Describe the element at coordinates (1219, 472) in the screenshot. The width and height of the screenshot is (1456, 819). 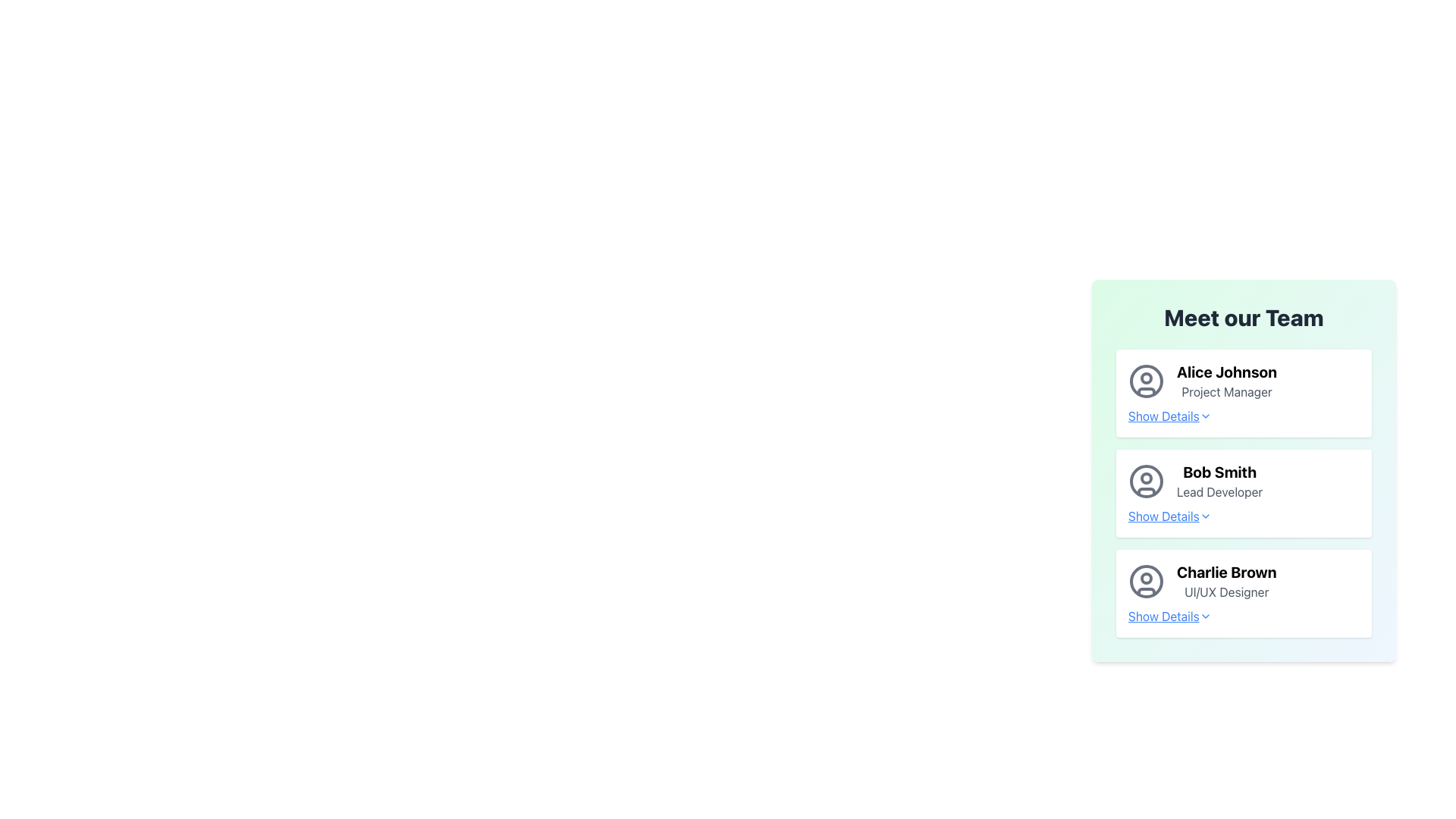
I see `the text label displaying 'Bob Smith', which is styled in bold and large font, positioned within a team member card in the 'Meet our Team' section` at that location.